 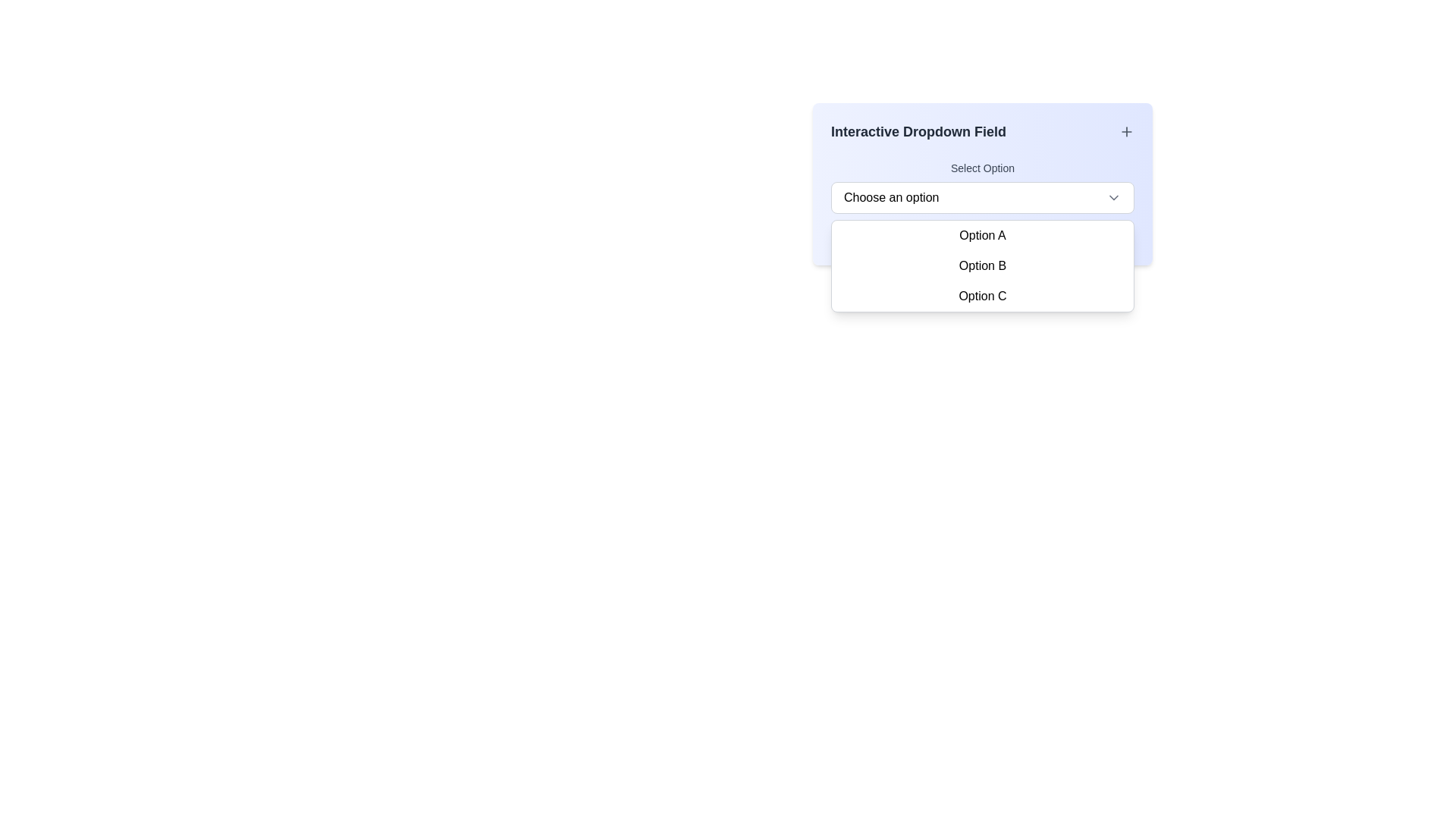 What do you see at coordinates (983, 130) in the screenshot?
I see `the Decorative text and icon section that indicates the purpose of the dropdown functionality, labeled 'Interactive Dropdown Field'` at bounding box center [983, 130].